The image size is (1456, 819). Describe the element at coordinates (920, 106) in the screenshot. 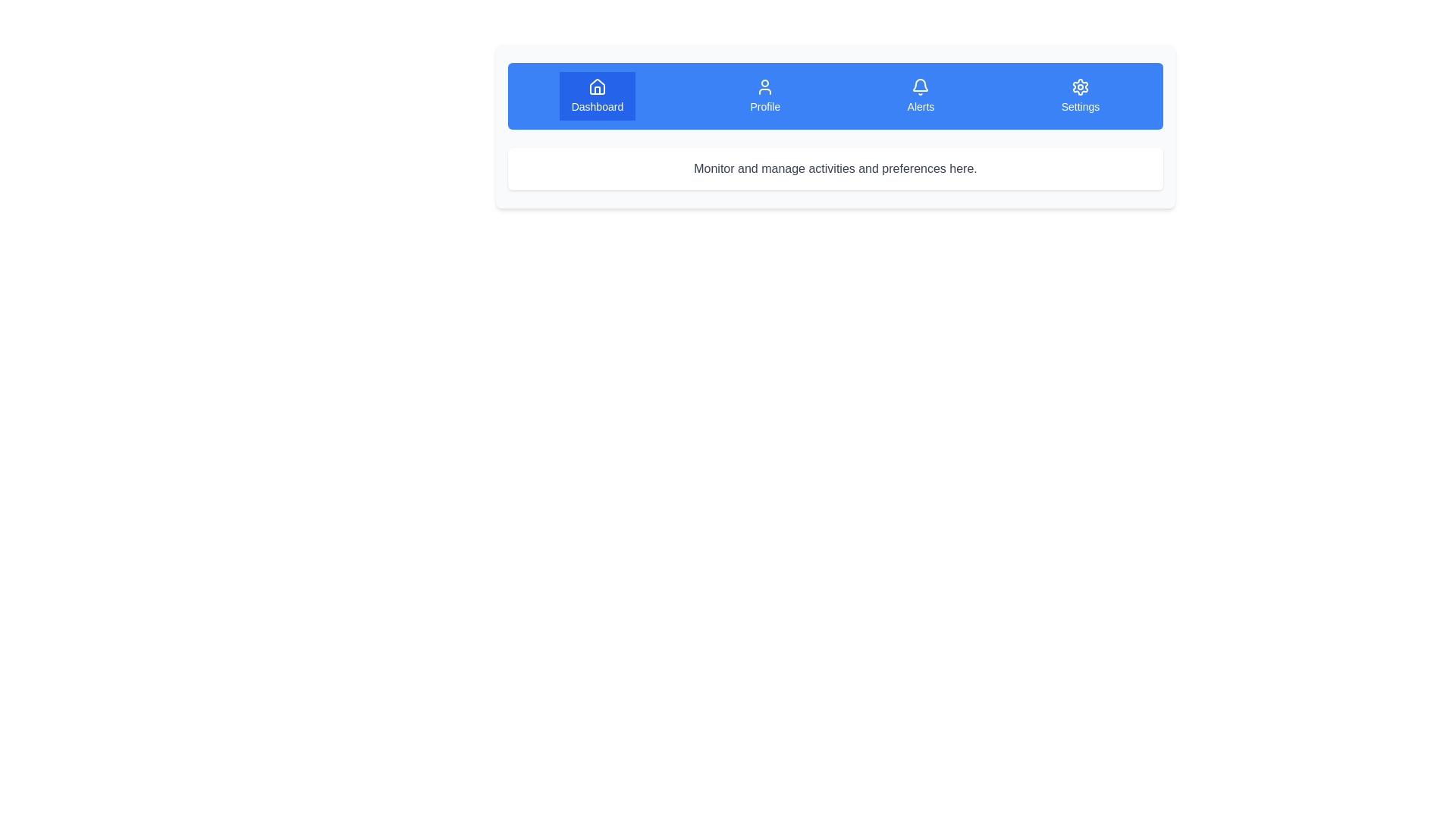

I see `the 'Alerts' text label located in the navigation bar, which indicates the alerts section and is positioned directly beneath the bell icon` at that location.